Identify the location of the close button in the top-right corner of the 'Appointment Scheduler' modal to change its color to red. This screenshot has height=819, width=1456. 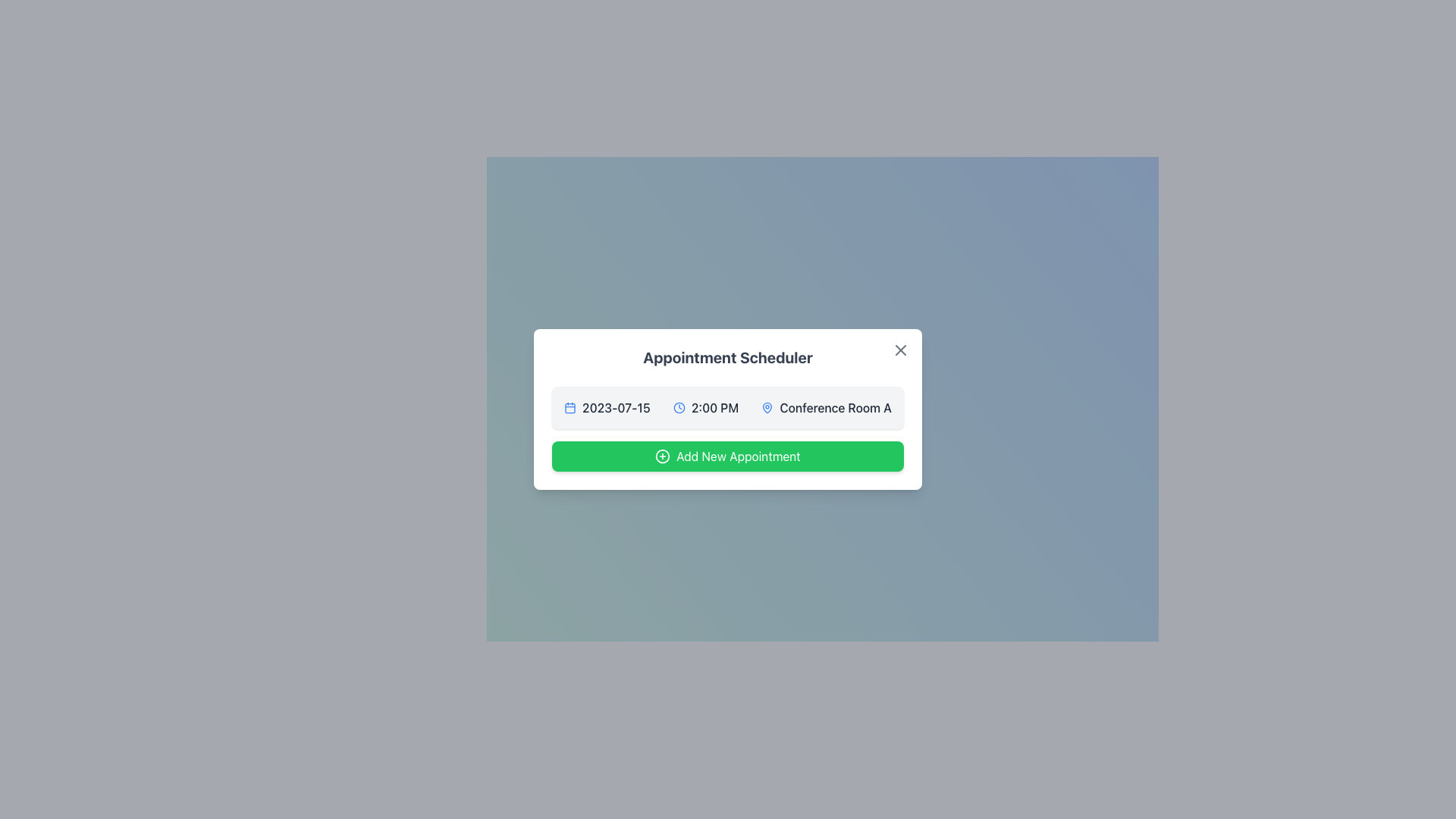
(901, 350).